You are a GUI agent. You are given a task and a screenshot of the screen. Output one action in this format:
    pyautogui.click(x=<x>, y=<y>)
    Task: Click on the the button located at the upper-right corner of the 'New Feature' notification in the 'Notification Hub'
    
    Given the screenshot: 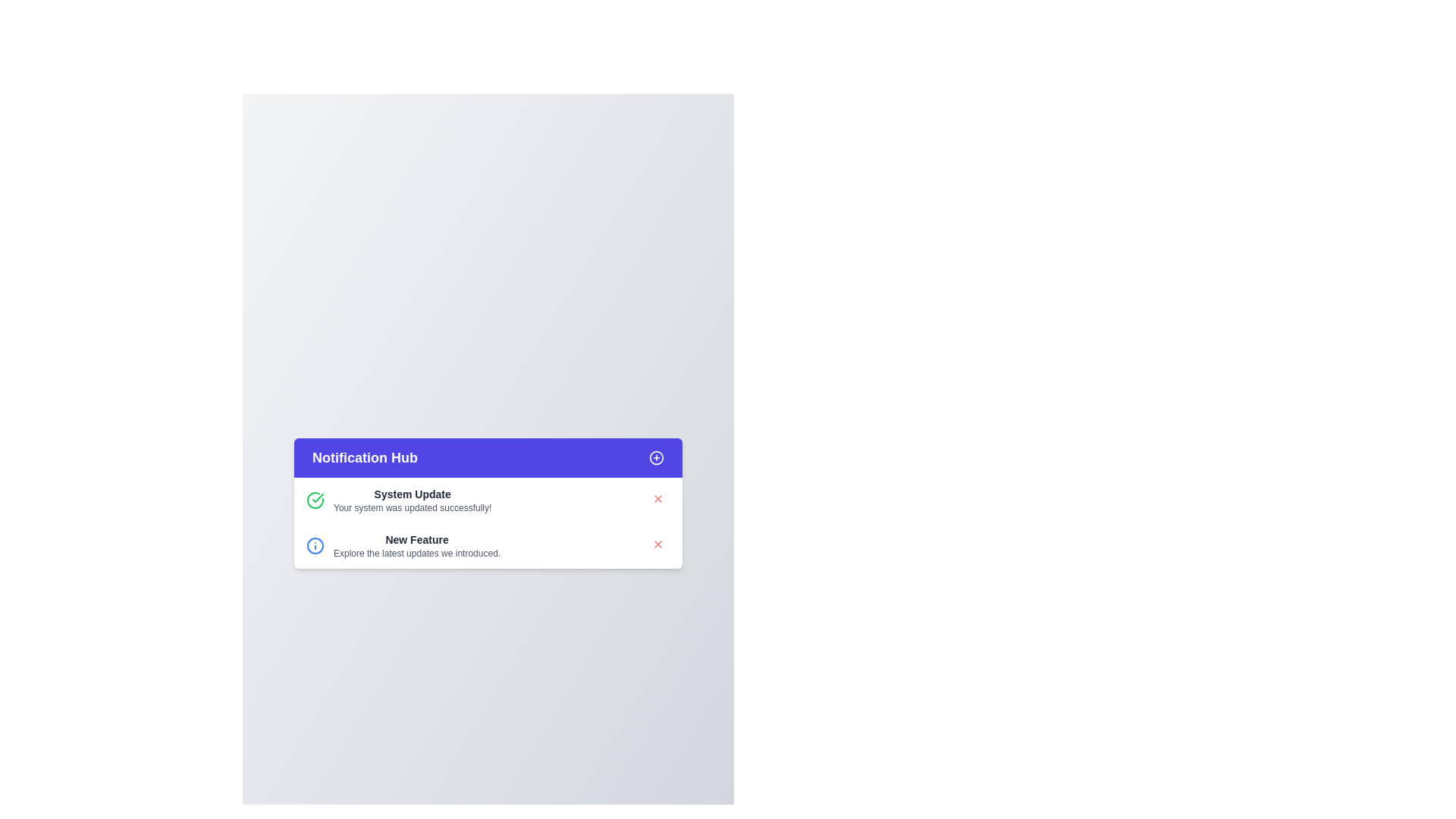 What is the action you would take?
    pyautogui.click(x=658, y=543)
    